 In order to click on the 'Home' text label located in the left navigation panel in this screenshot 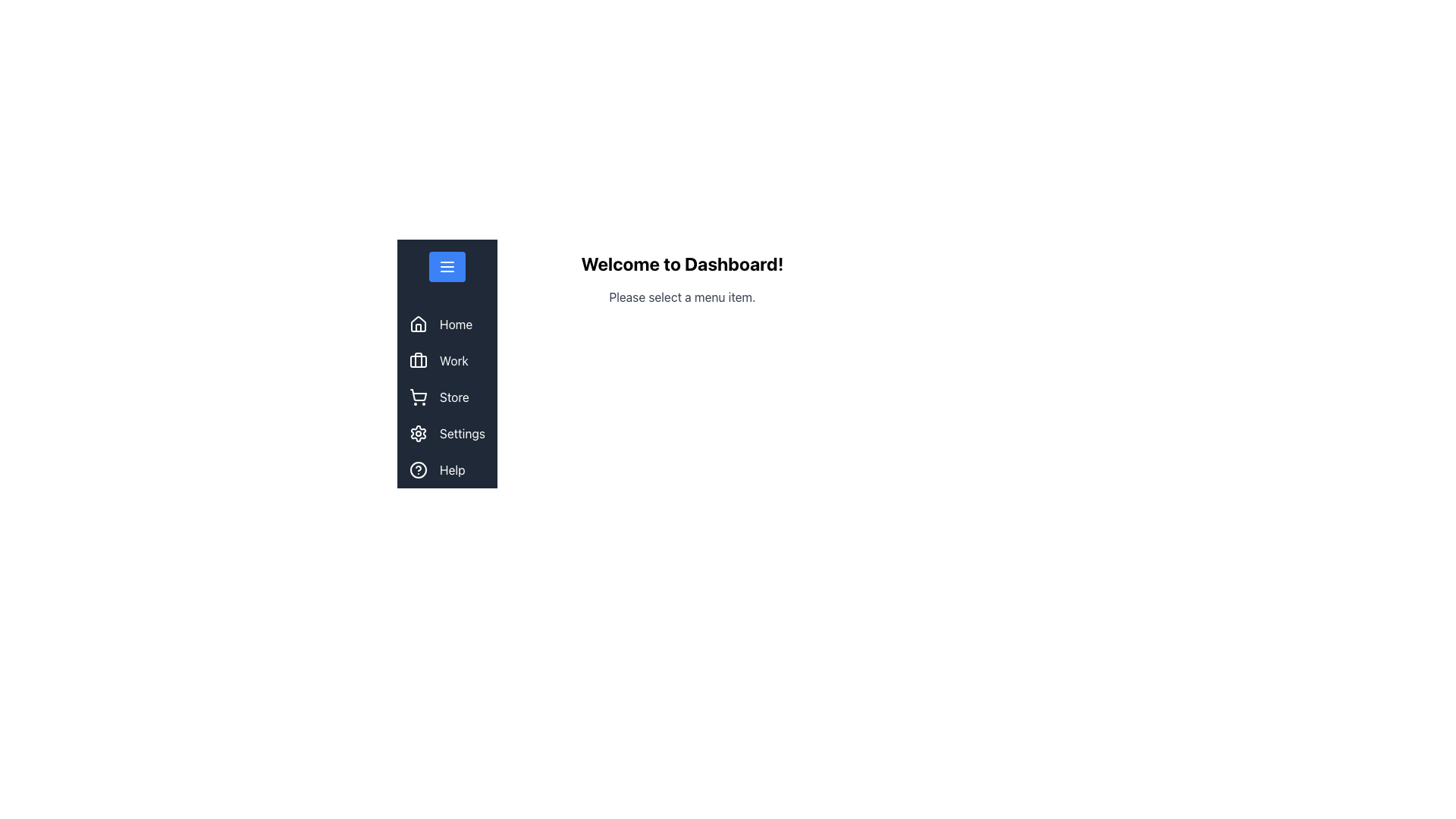, I will do `click(455, 324)`.